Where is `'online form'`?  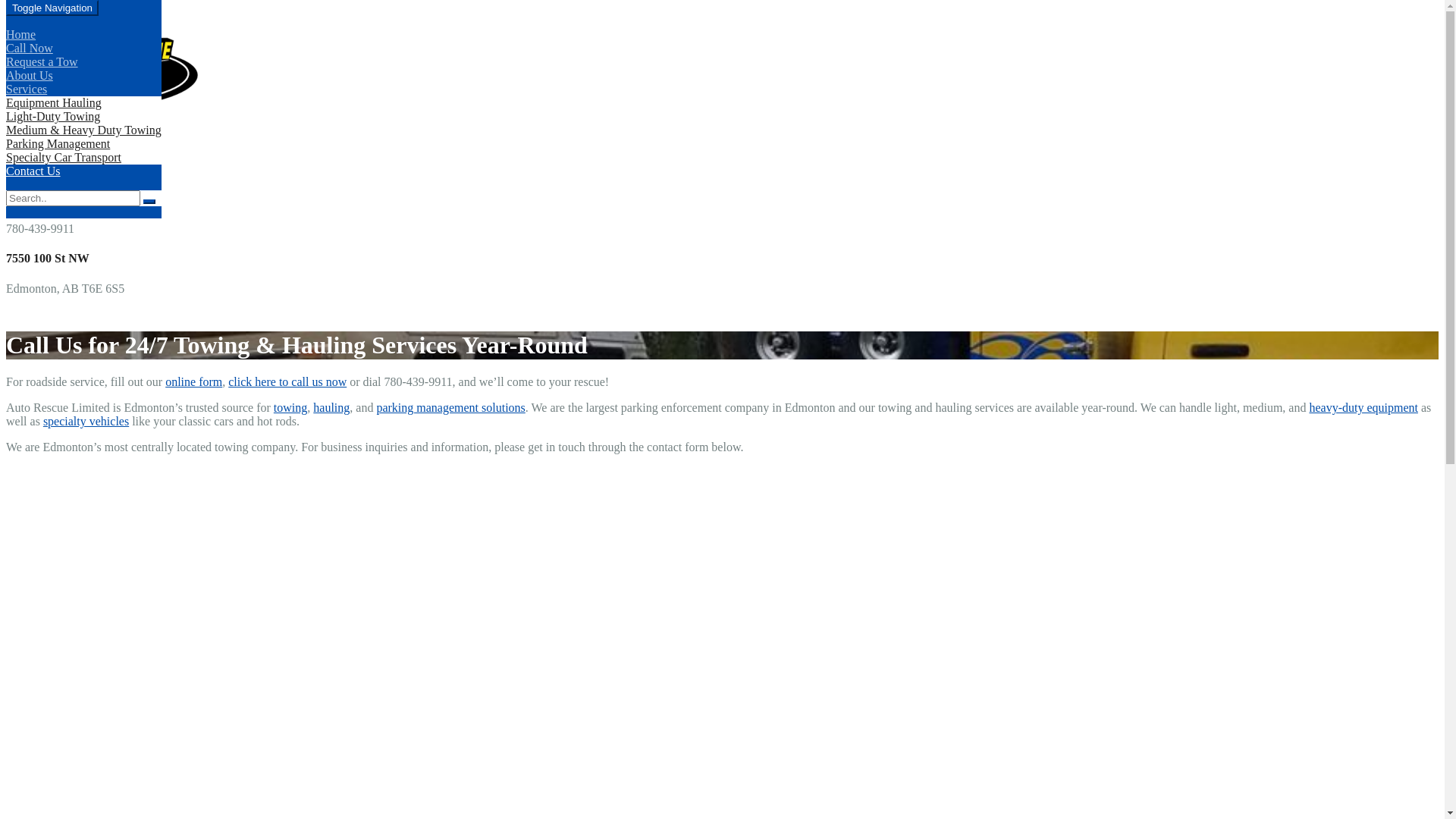
'online form' is located at coordinates (193, 381).